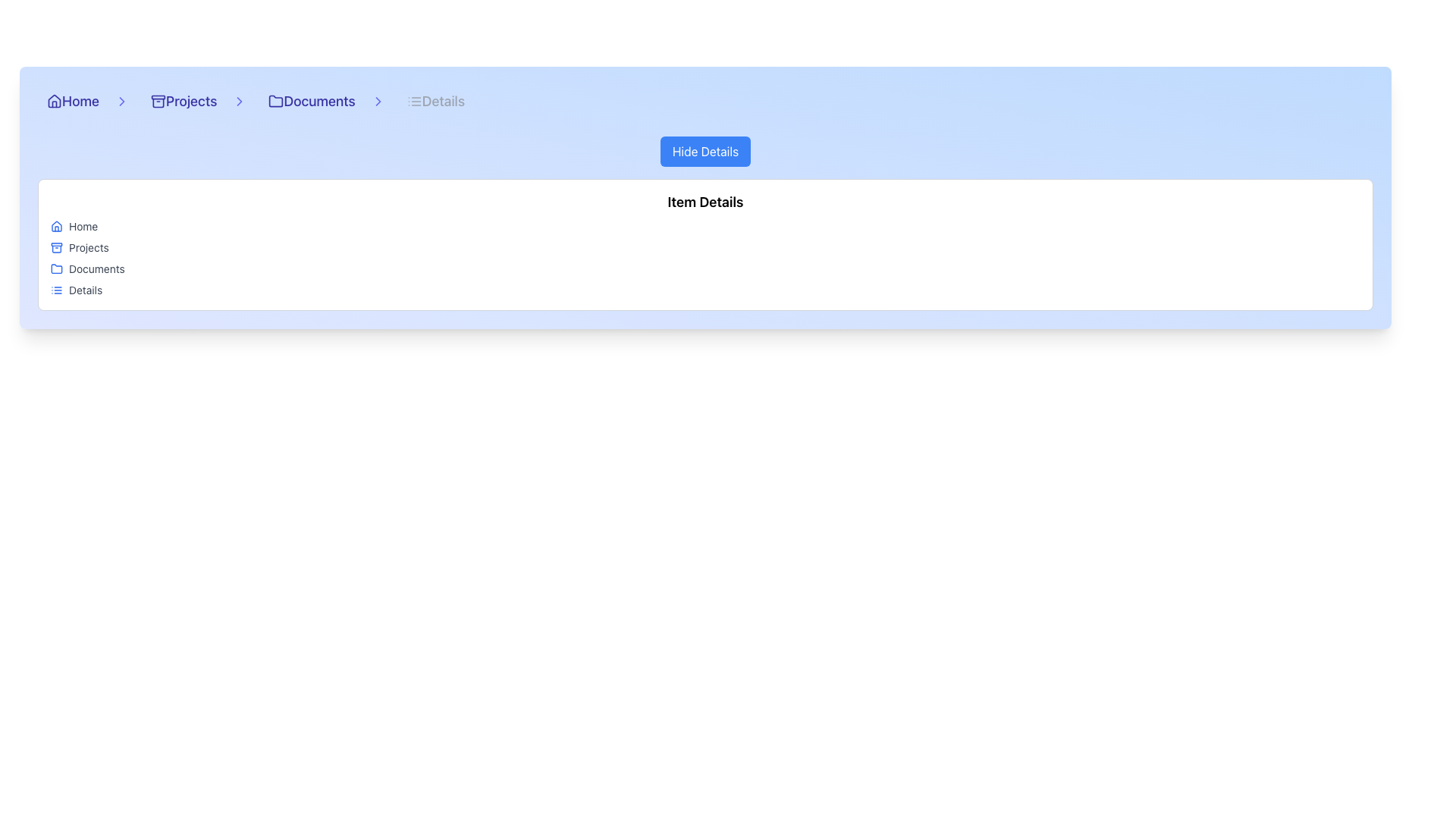 The width and height of the screenshot is (1456, 819). What do you see at coordinates (193, 102) in the screenshot?
I see `the Breadcrumb Navigation Link` at bounding box center [193, 102].